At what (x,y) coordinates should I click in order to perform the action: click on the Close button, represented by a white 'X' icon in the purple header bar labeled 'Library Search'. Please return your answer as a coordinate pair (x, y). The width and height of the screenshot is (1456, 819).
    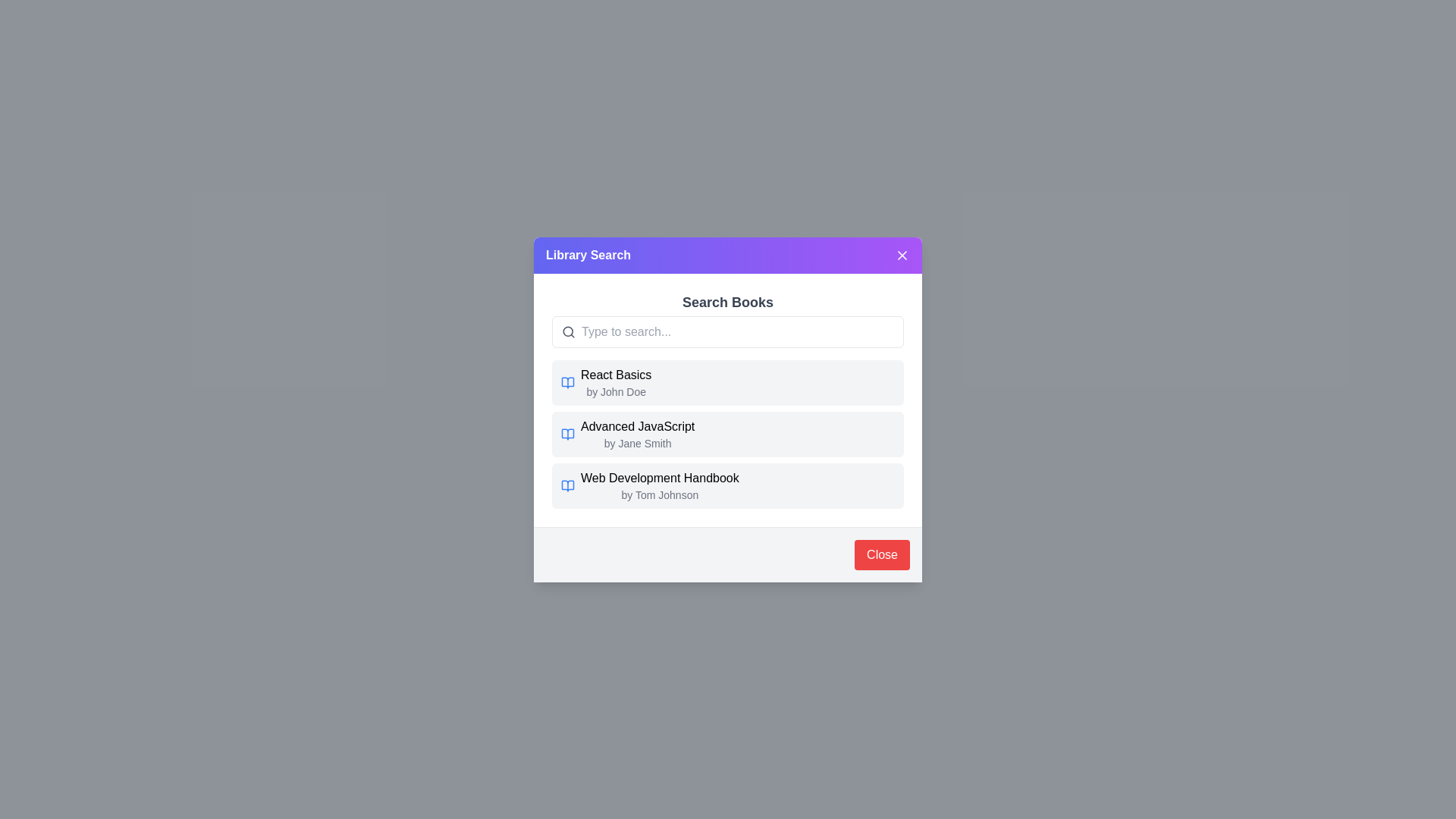
    Looking at the image, I should click on (902, 254).